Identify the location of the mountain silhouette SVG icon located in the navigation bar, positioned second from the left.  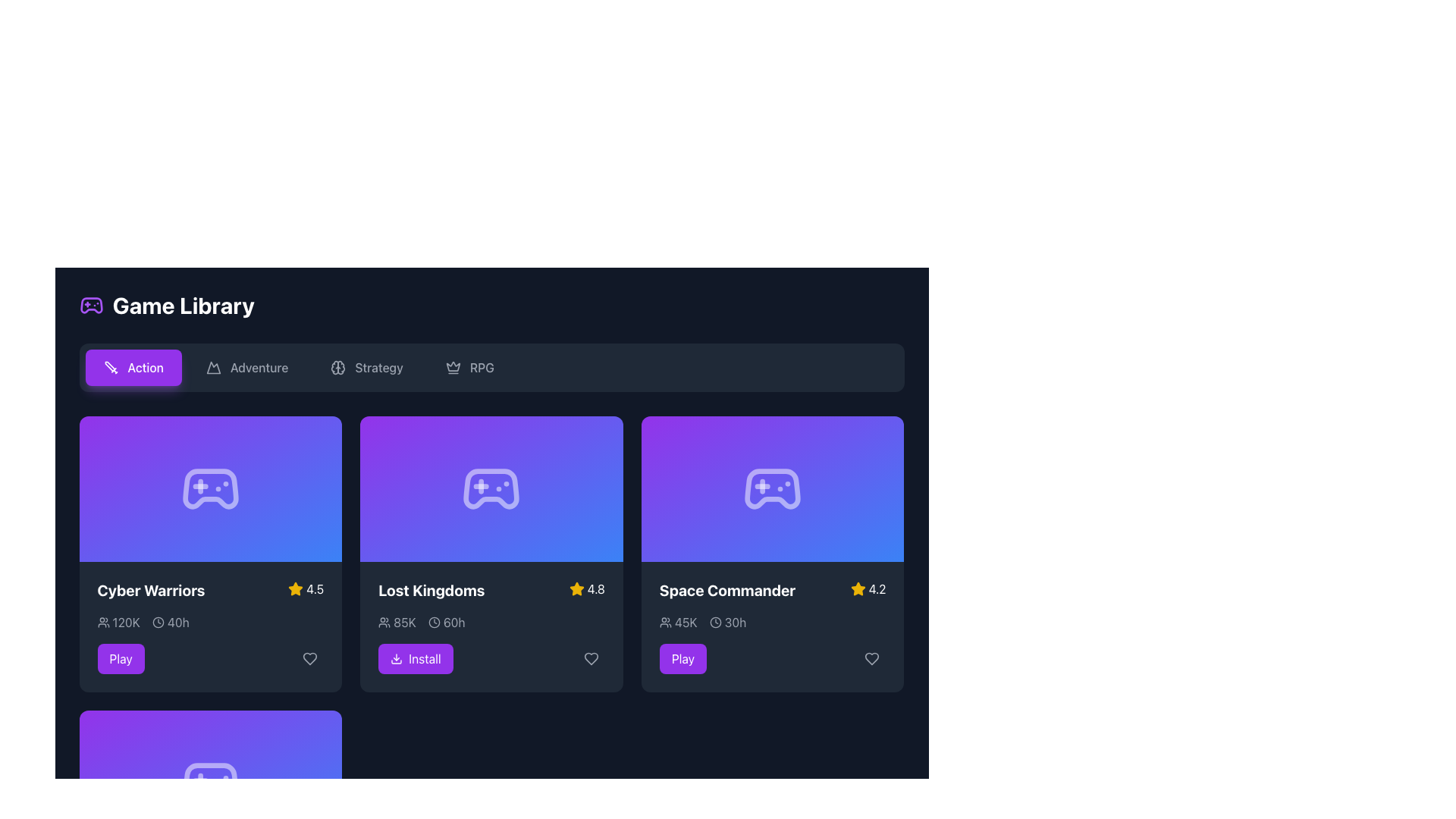
(212, 368).